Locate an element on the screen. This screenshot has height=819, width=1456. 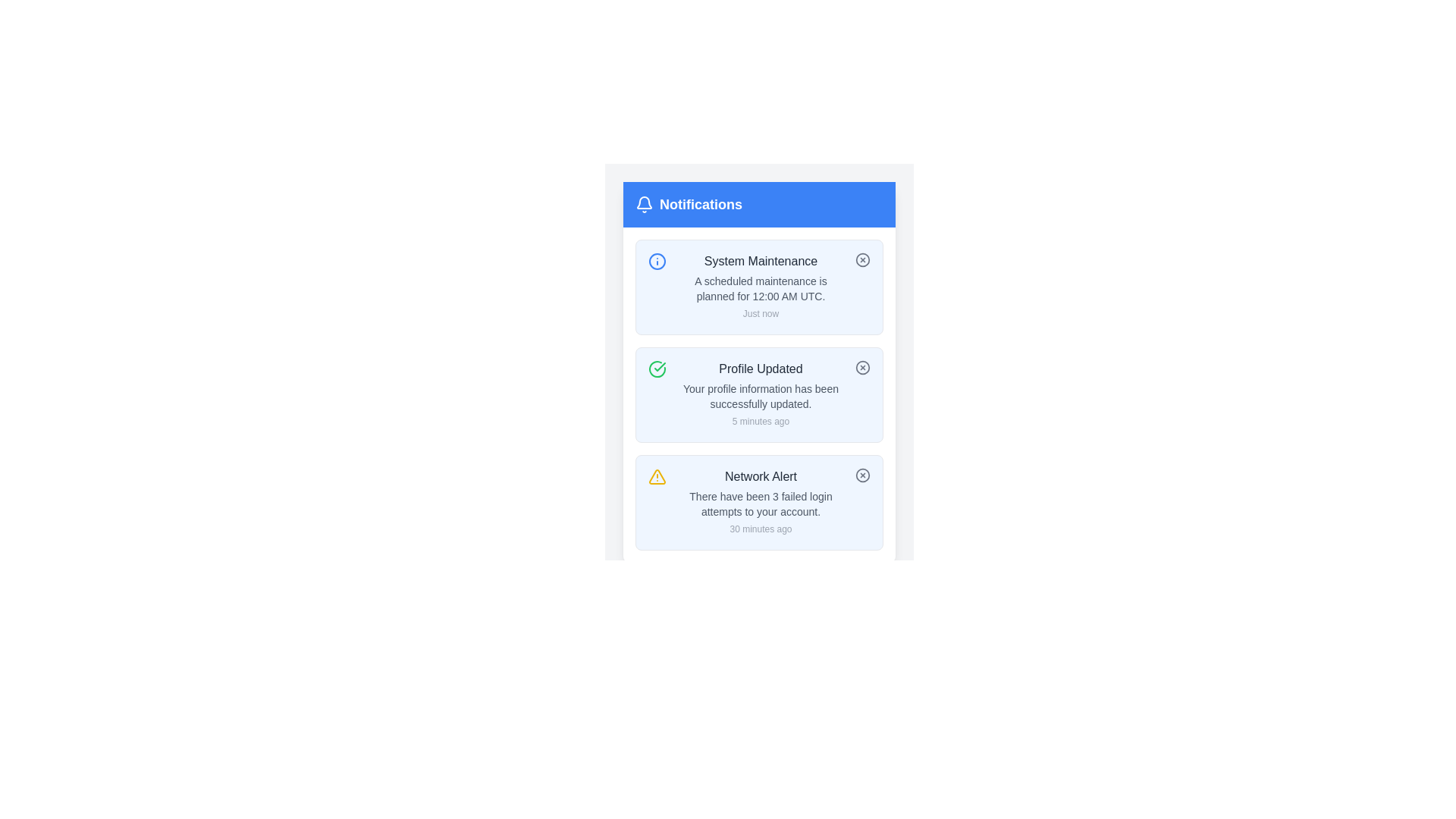
the empty circular icon located in the third notification item of the list, near its right edge is located at coordinates (862, 475).